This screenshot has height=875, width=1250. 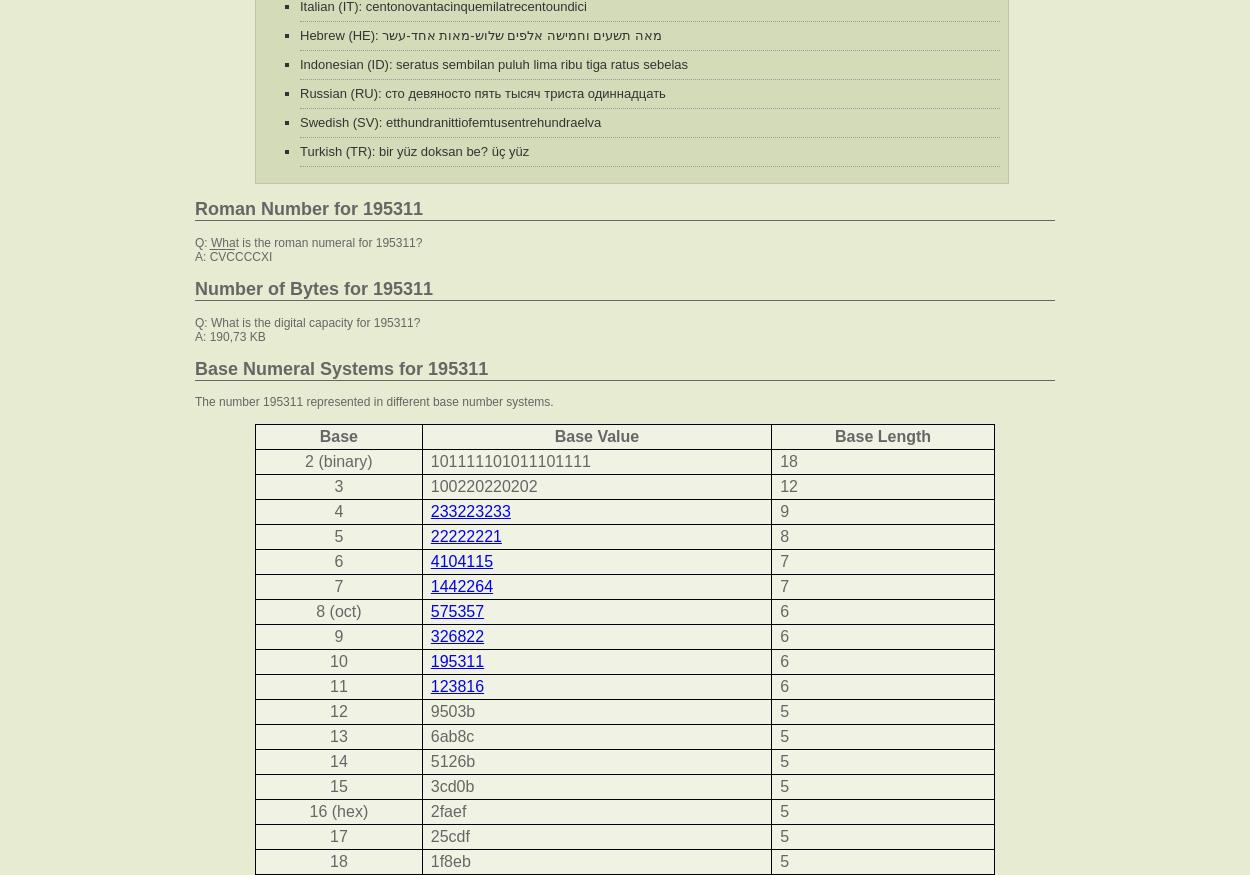 What do you see at coordinates (451, 711) in the screenshot?
I see `'9503b'` at bounding box center [451, 711].